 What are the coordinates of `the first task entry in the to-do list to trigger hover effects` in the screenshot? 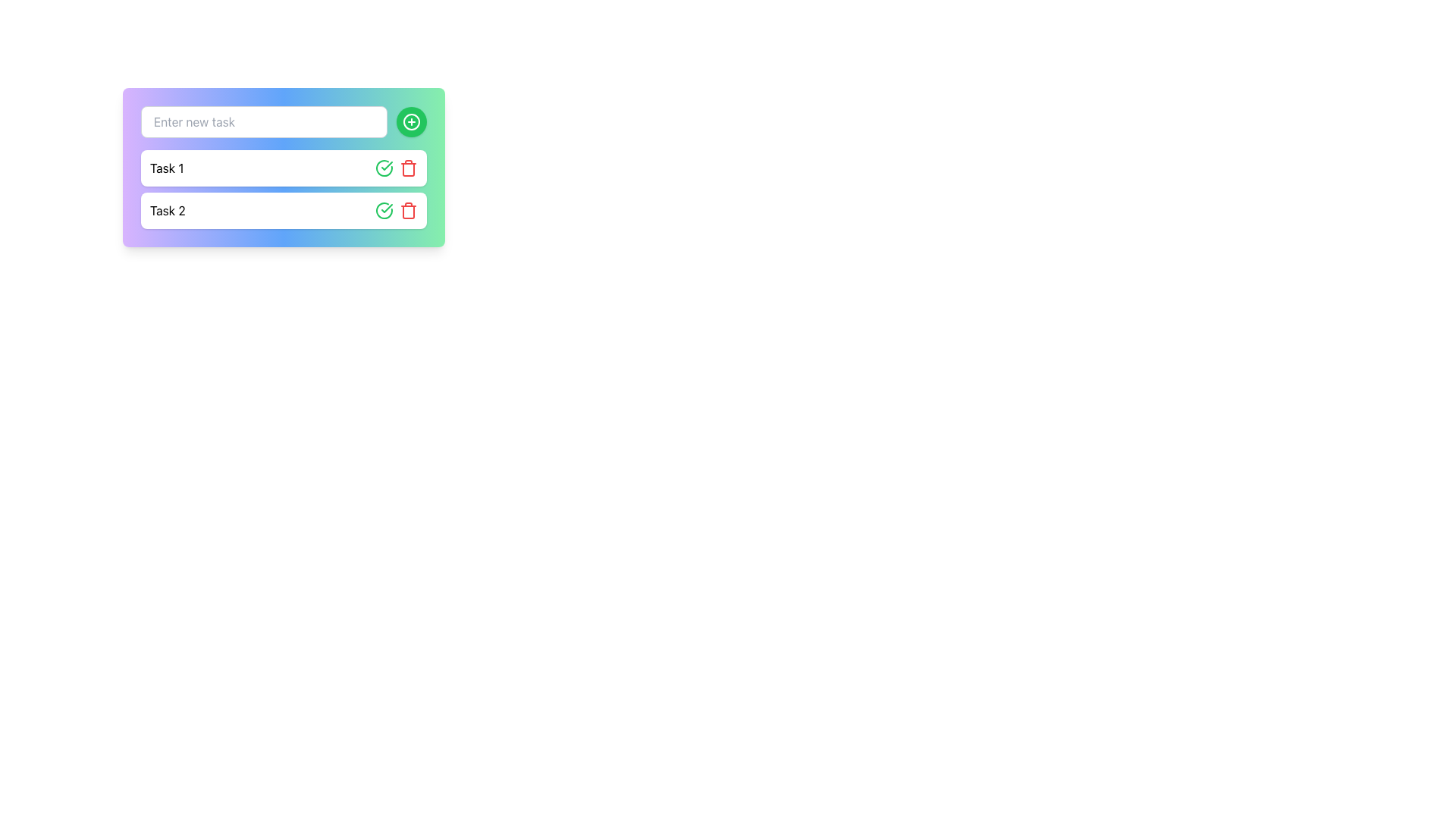 It's located at (284, 168).